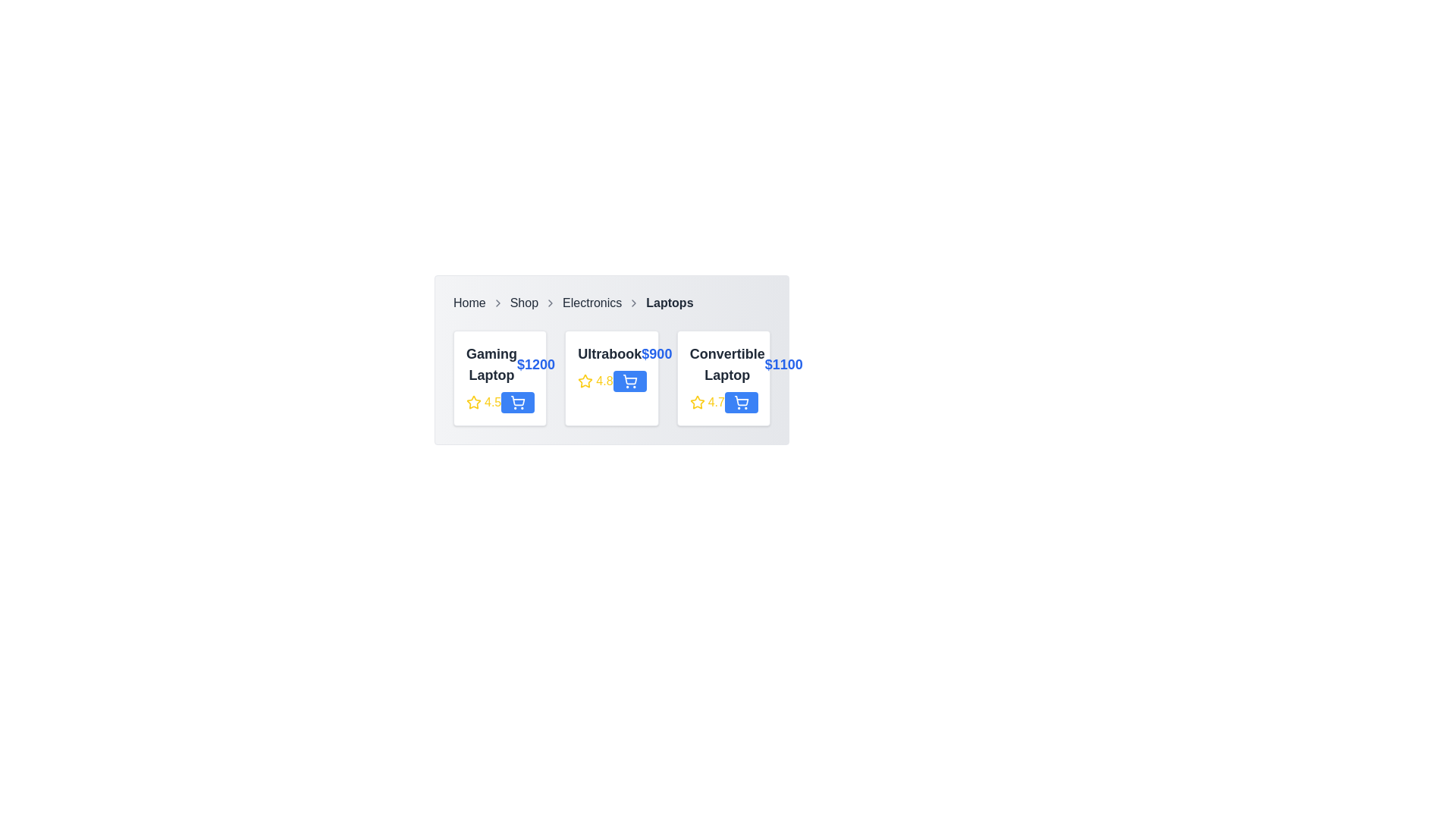 This screenshot has width=1456, height=819. Describe the element at coordinates (591, 303) in the screenshot. I see `the 'Electronics' text link located in the breadcrumb navigation bar` at that location.